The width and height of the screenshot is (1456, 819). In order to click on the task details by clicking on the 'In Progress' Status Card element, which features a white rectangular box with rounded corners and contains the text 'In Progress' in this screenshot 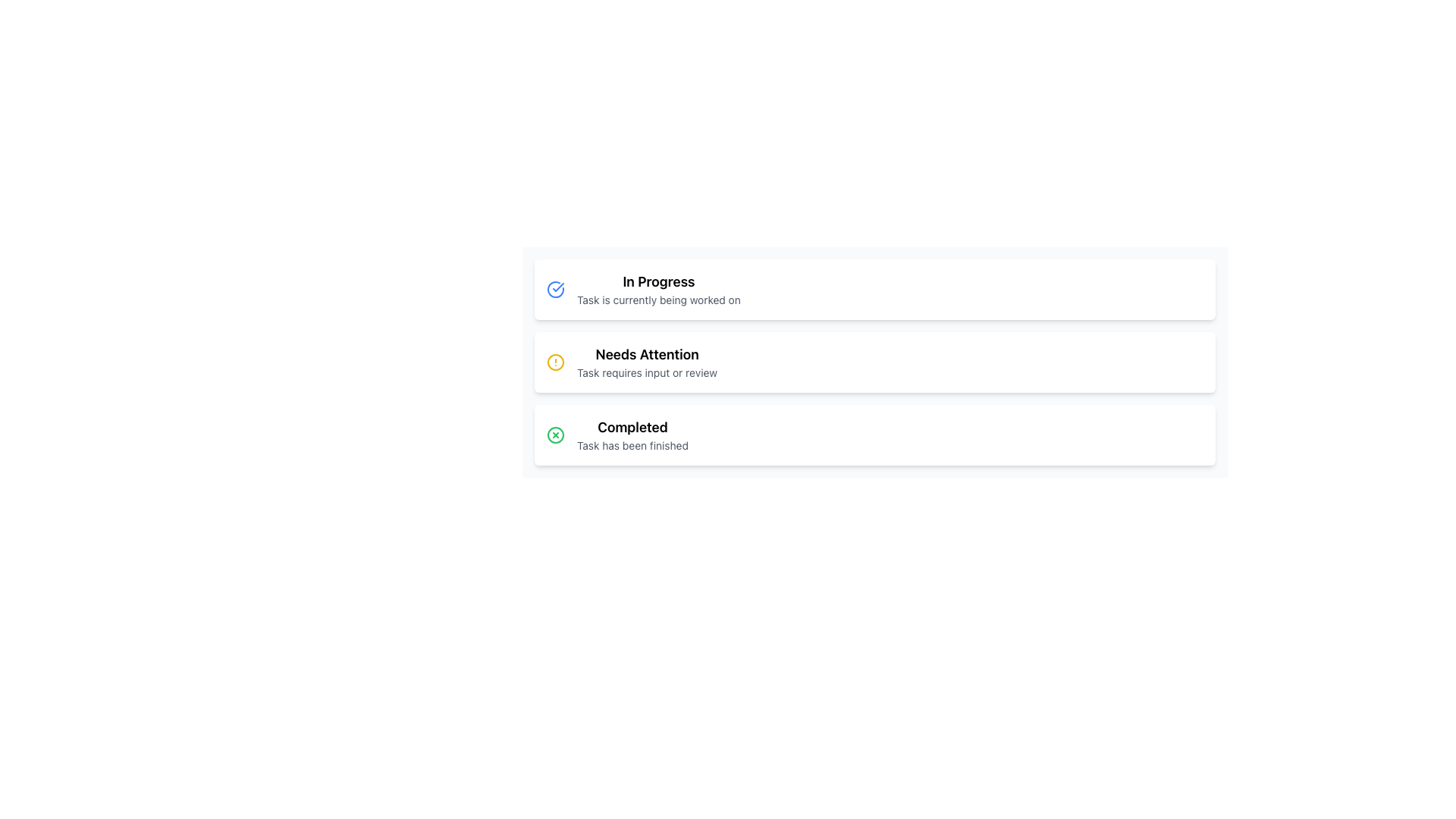, I will do `click(874, 289)`.